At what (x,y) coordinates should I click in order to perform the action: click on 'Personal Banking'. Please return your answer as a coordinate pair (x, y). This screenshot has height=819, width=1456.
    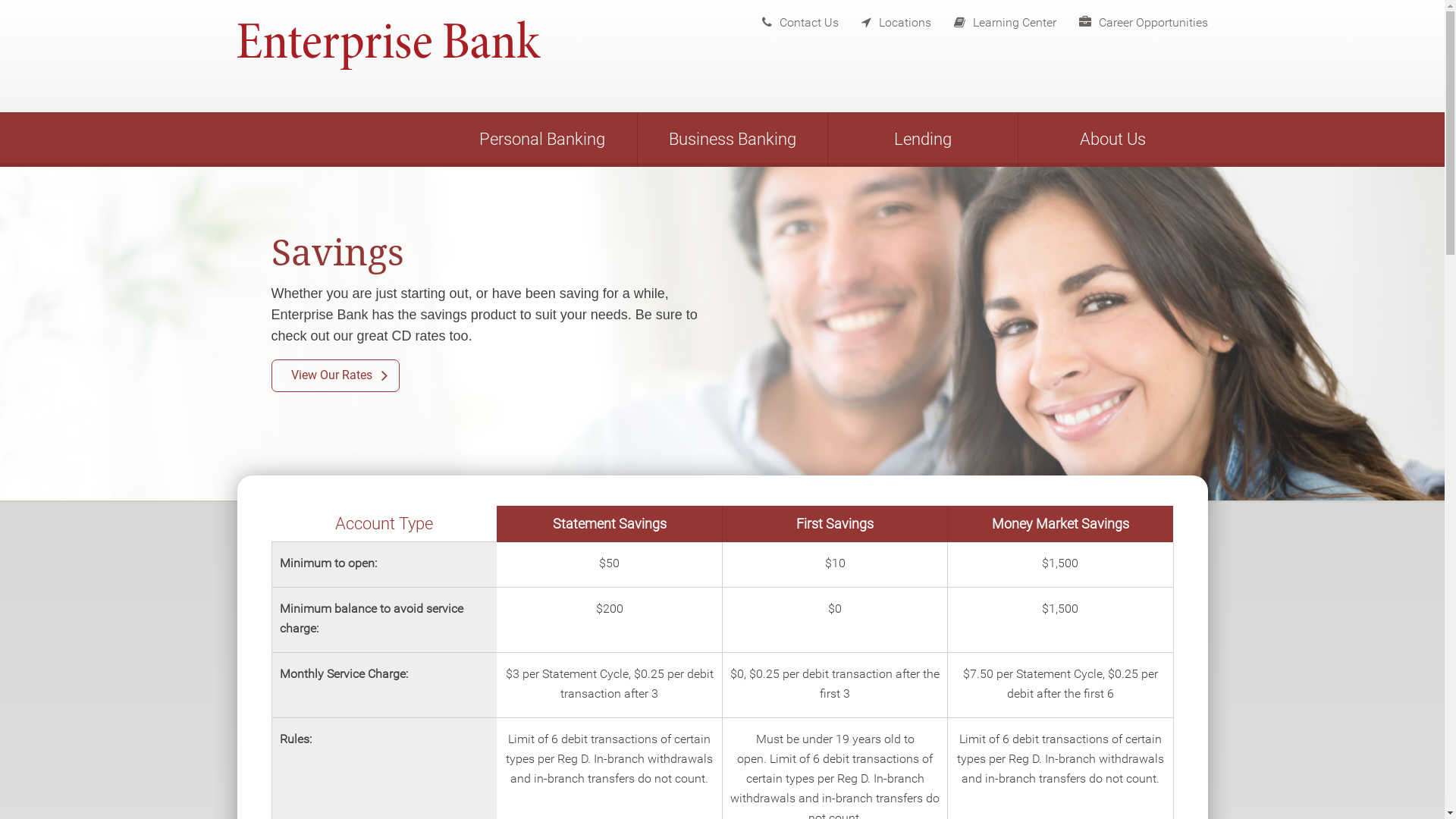
    Looking at the image, I should click on (542, 140).